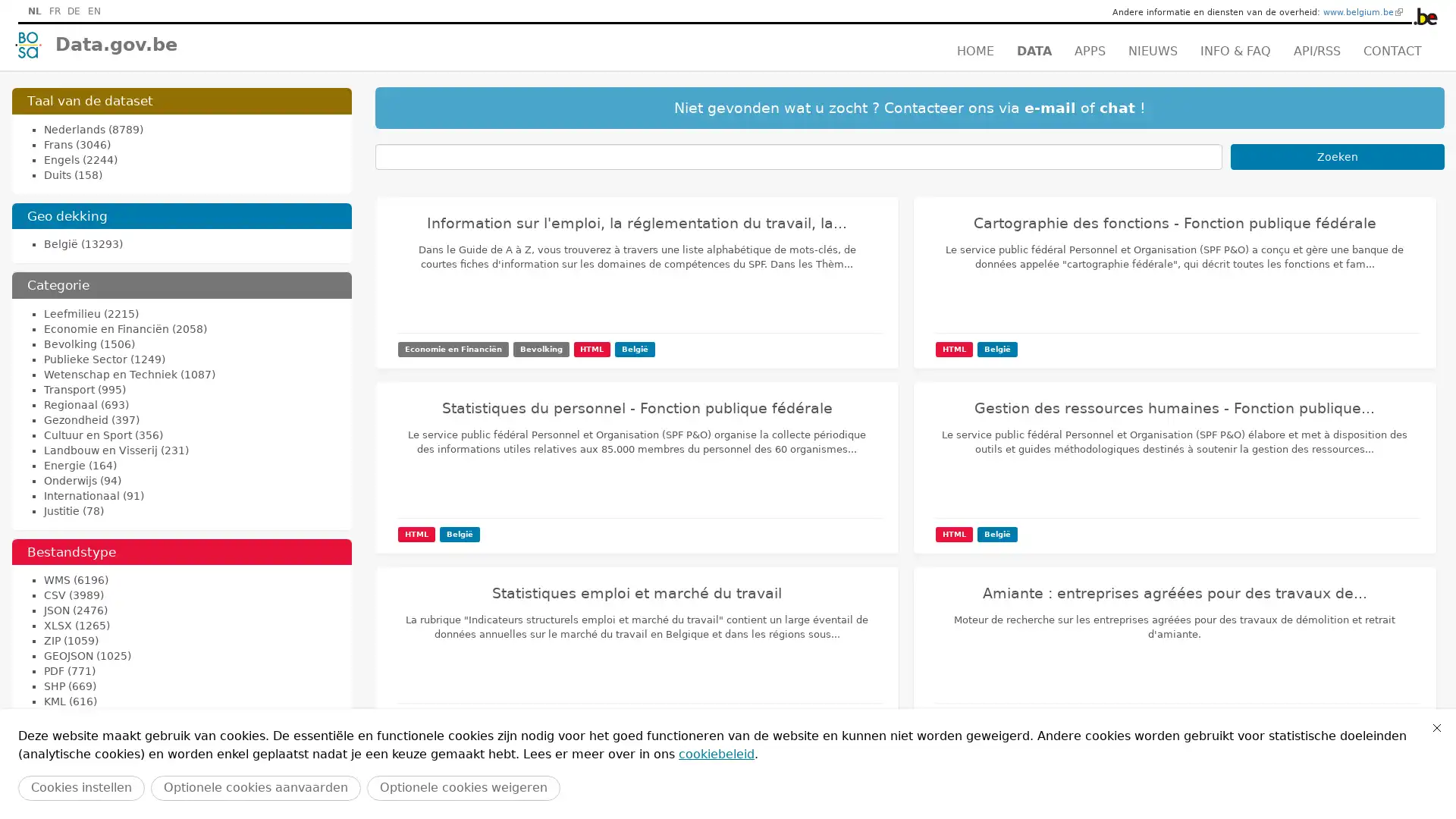 Image resolution: width=1456 pixels, height=819 pixels. Describe the element at coordinates (80, 787) in the screenshot. I see `Cookies instellen` at that location.